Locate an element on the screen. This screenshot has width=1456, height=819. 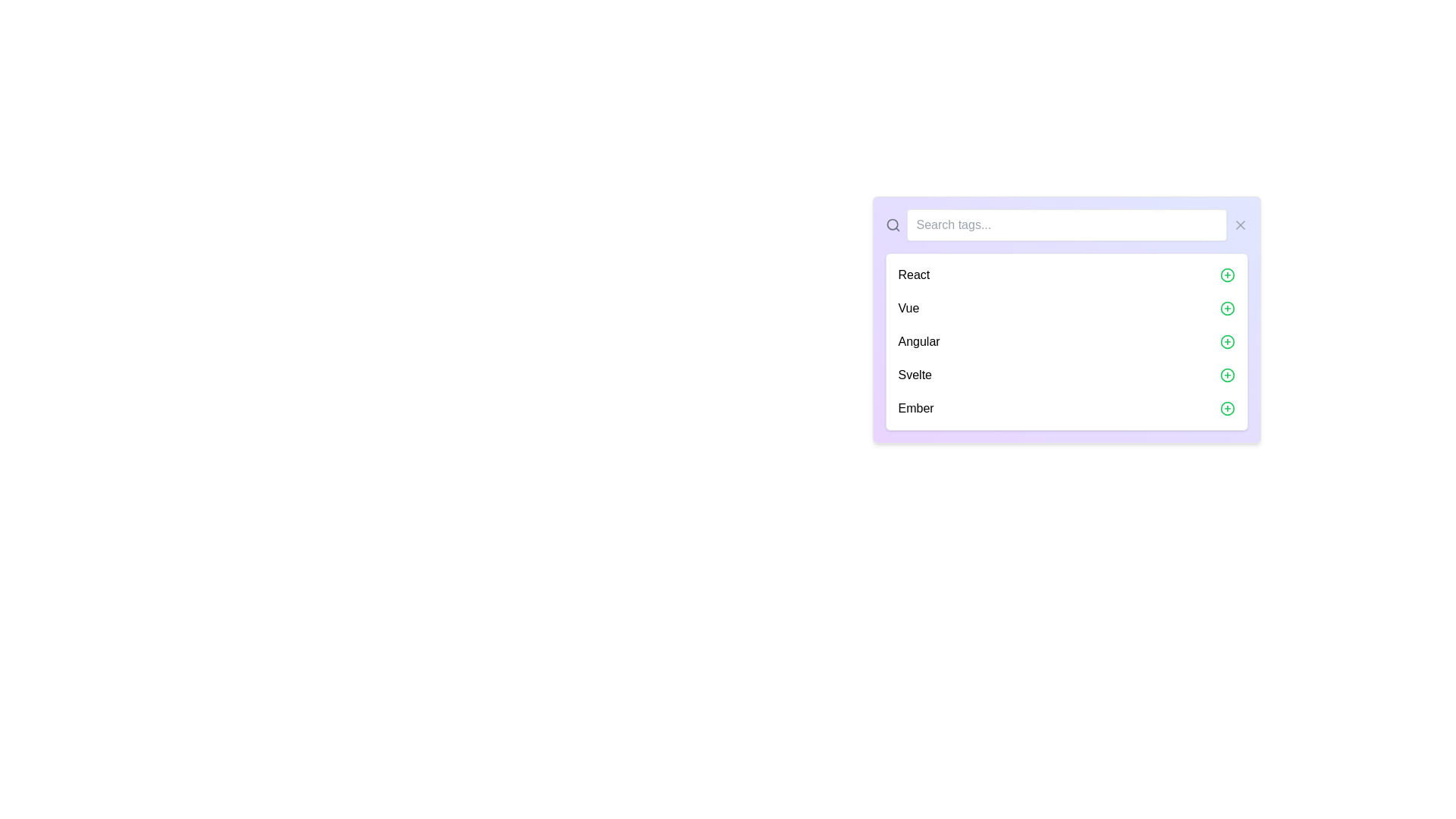
the SVG circle with a green border located to the right of the 'Angular' item in the list is located at coordinates (1227, 342).